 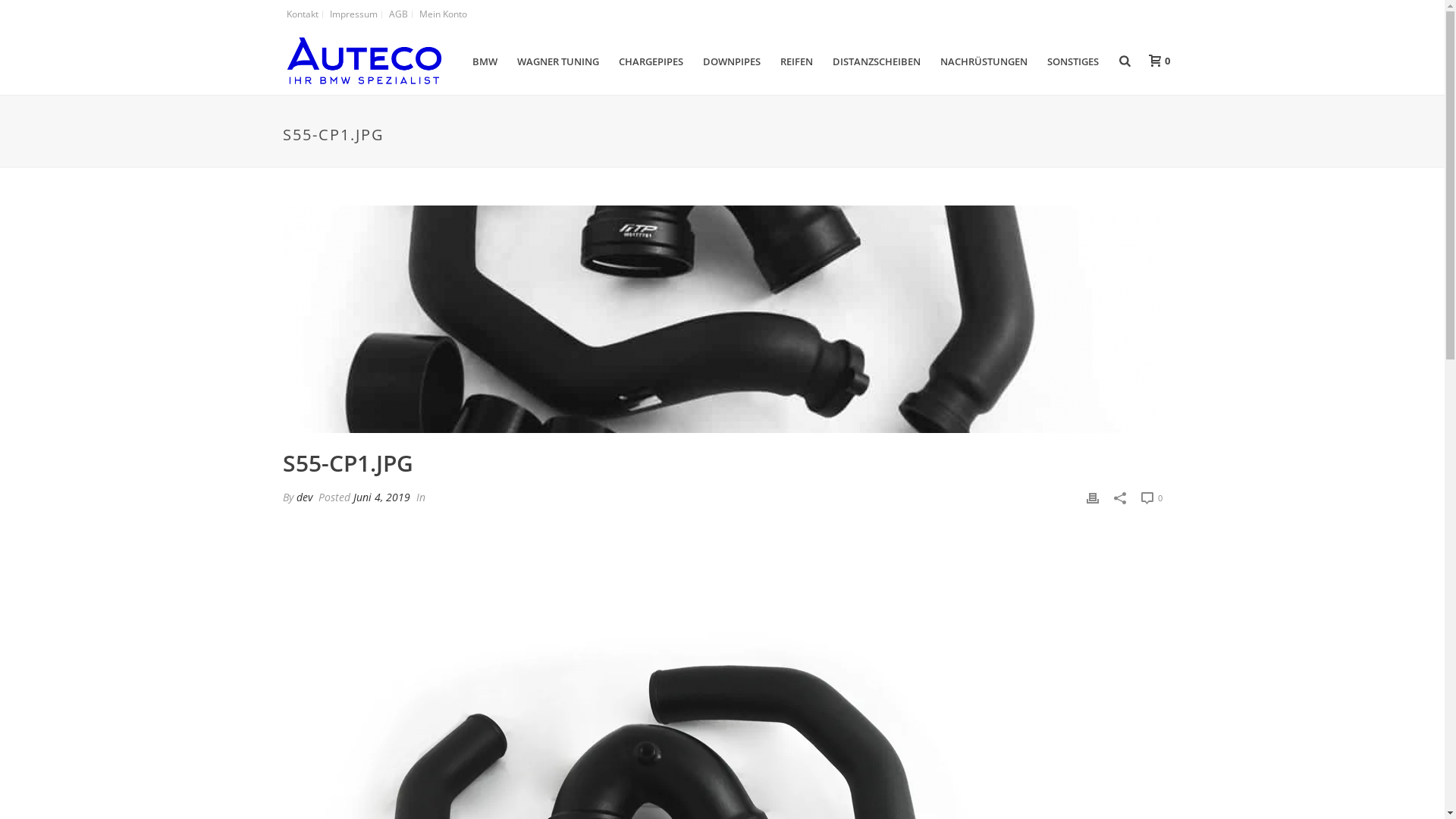 What do you see at coordinates (295, 497) in the screenshot?
I see `'dev'` at bounding box center [295, 497].